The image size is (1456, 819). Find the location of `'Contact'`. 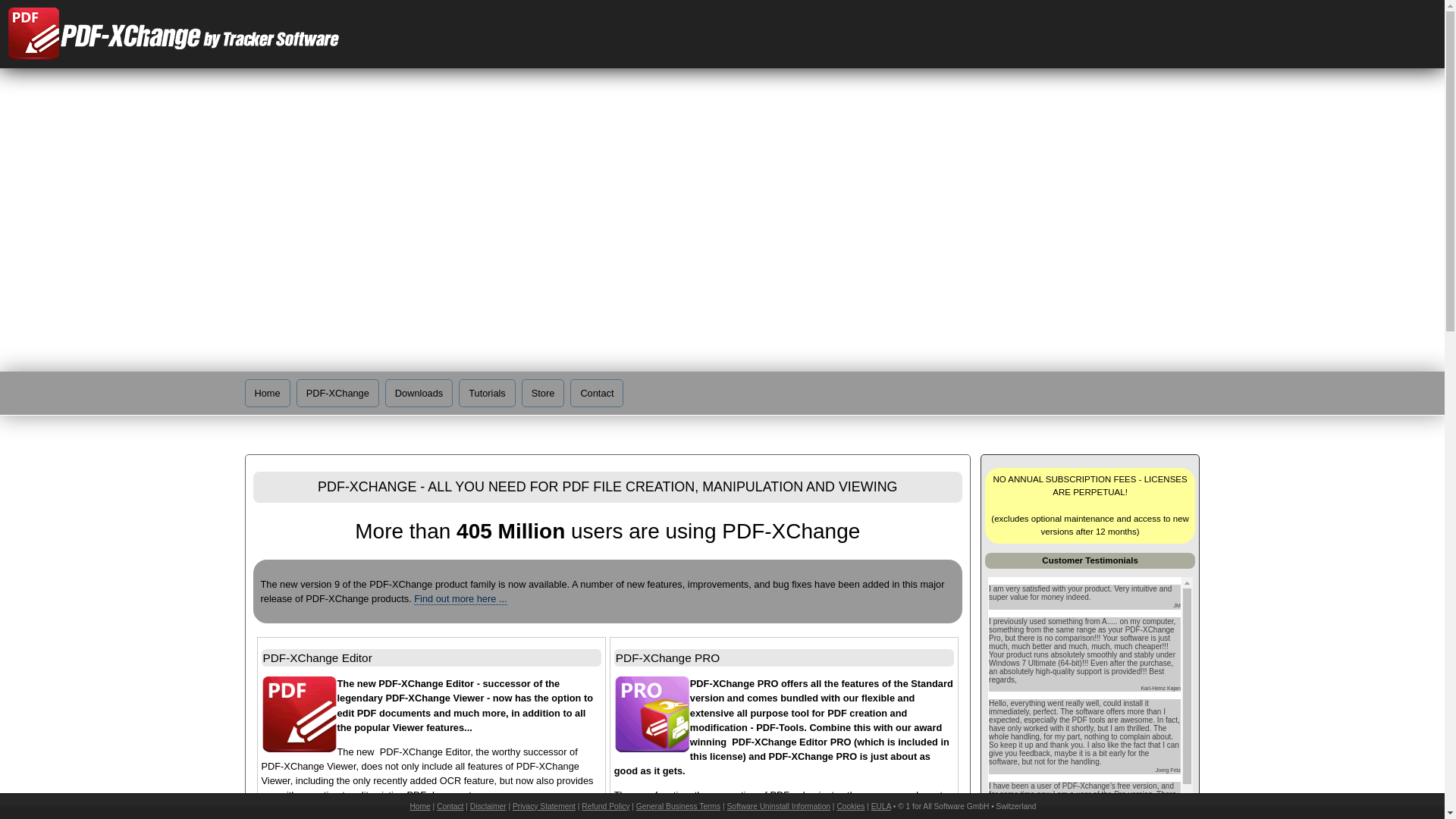

'Contact' is located at coordinates (449, 805).